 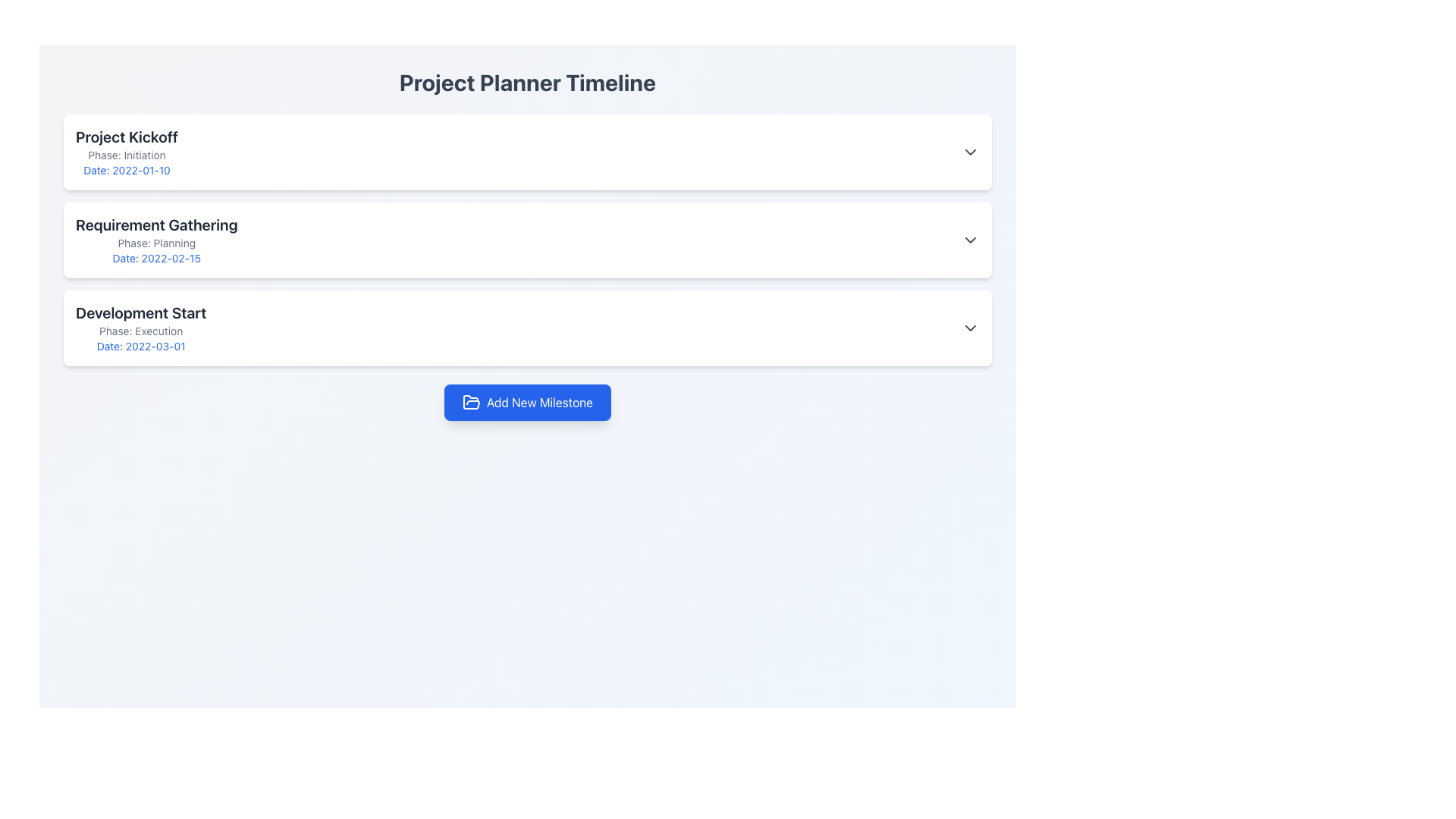 What do you see at coordinates (971, 327) in the screenshot?
I see `the downward-pointing chevron icon located at the right end of the 'Development Start' milestone section in the chronological list` at bounding box center [971, 327].